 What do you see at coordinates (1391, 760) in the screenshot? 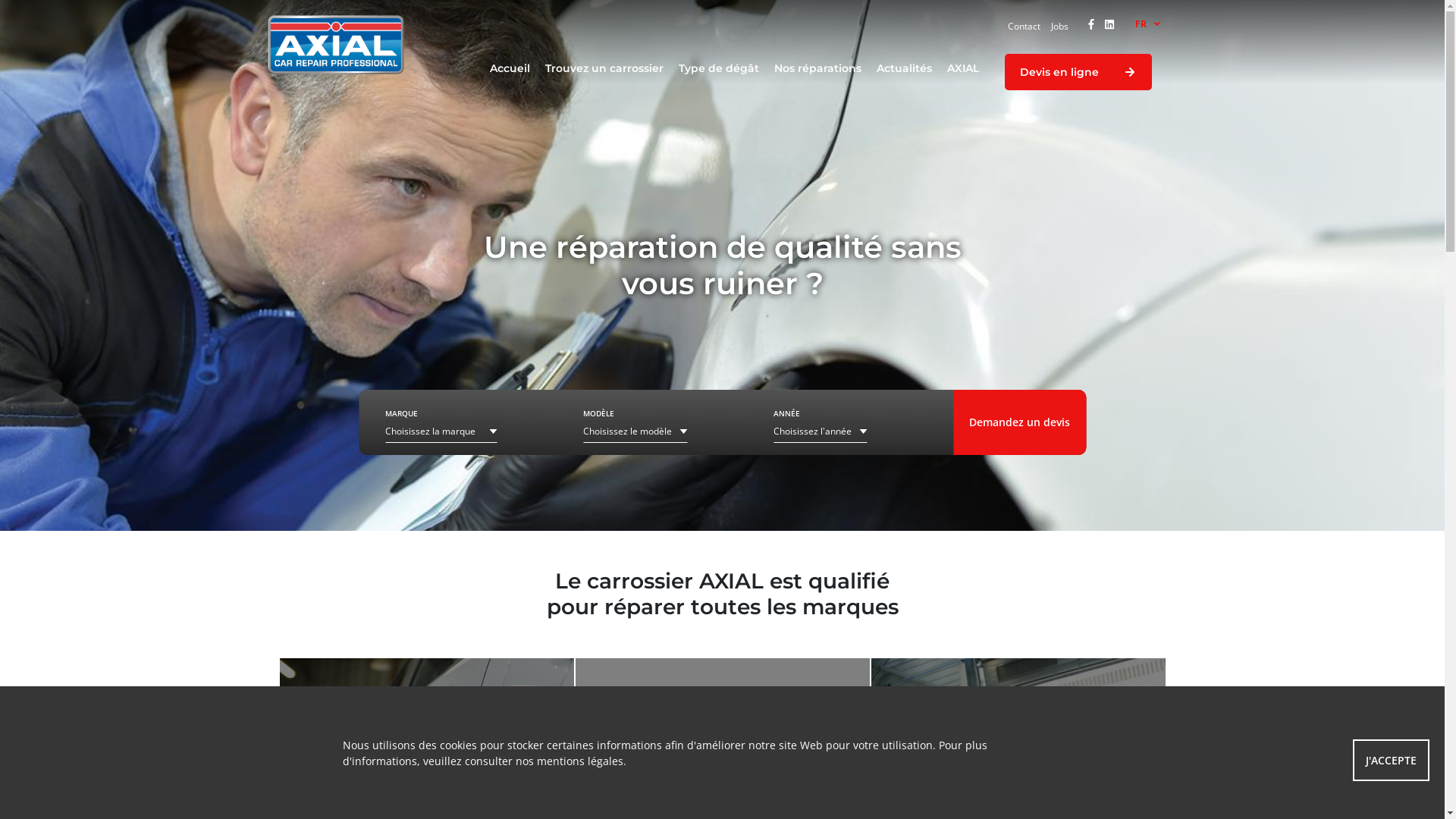
I see `'J'ACCEPTE'` at bounding box center [1391, 760].